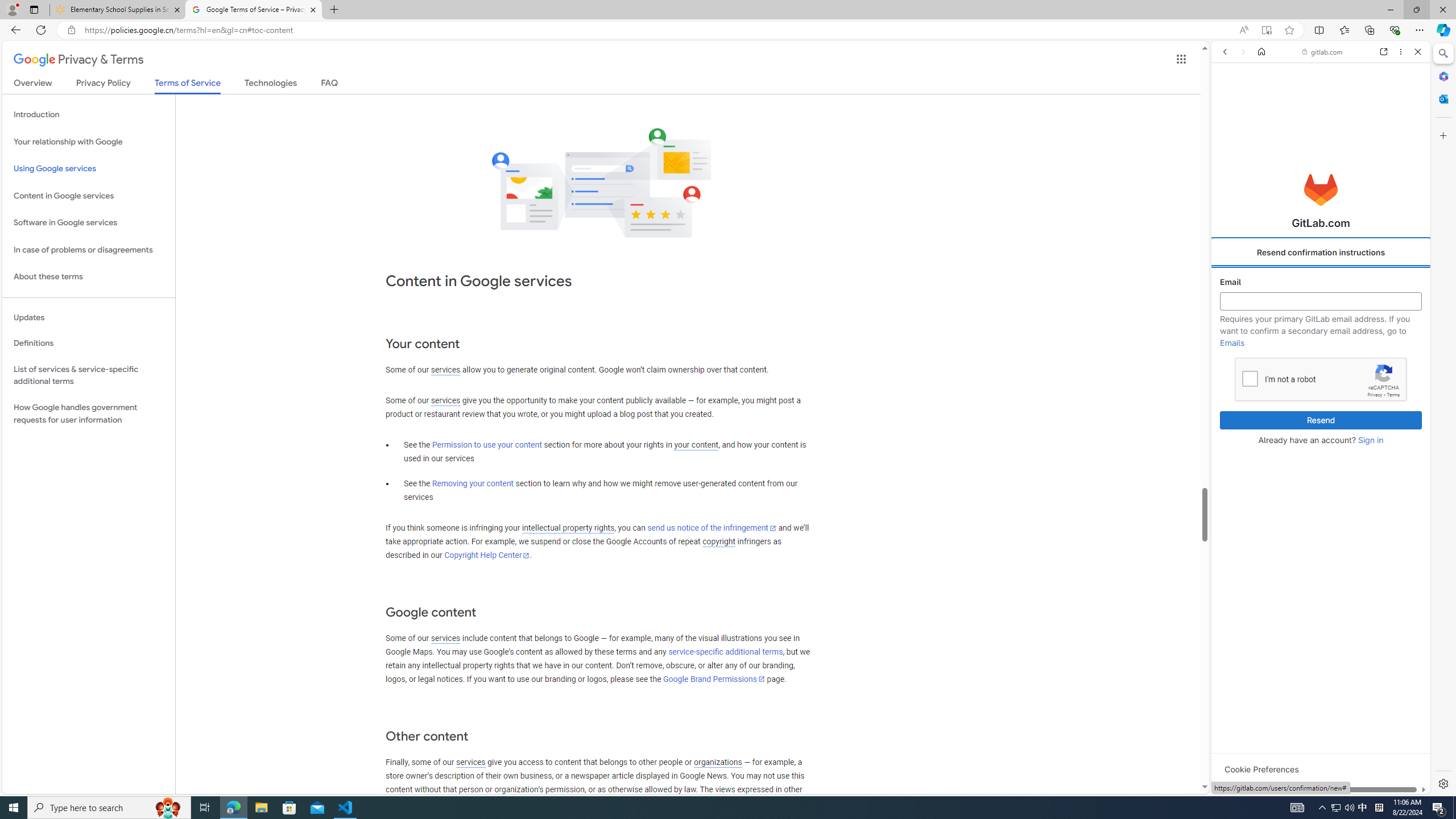 The image size is (1456, 819). I want to click on 'Settings', so click(1442, 783).